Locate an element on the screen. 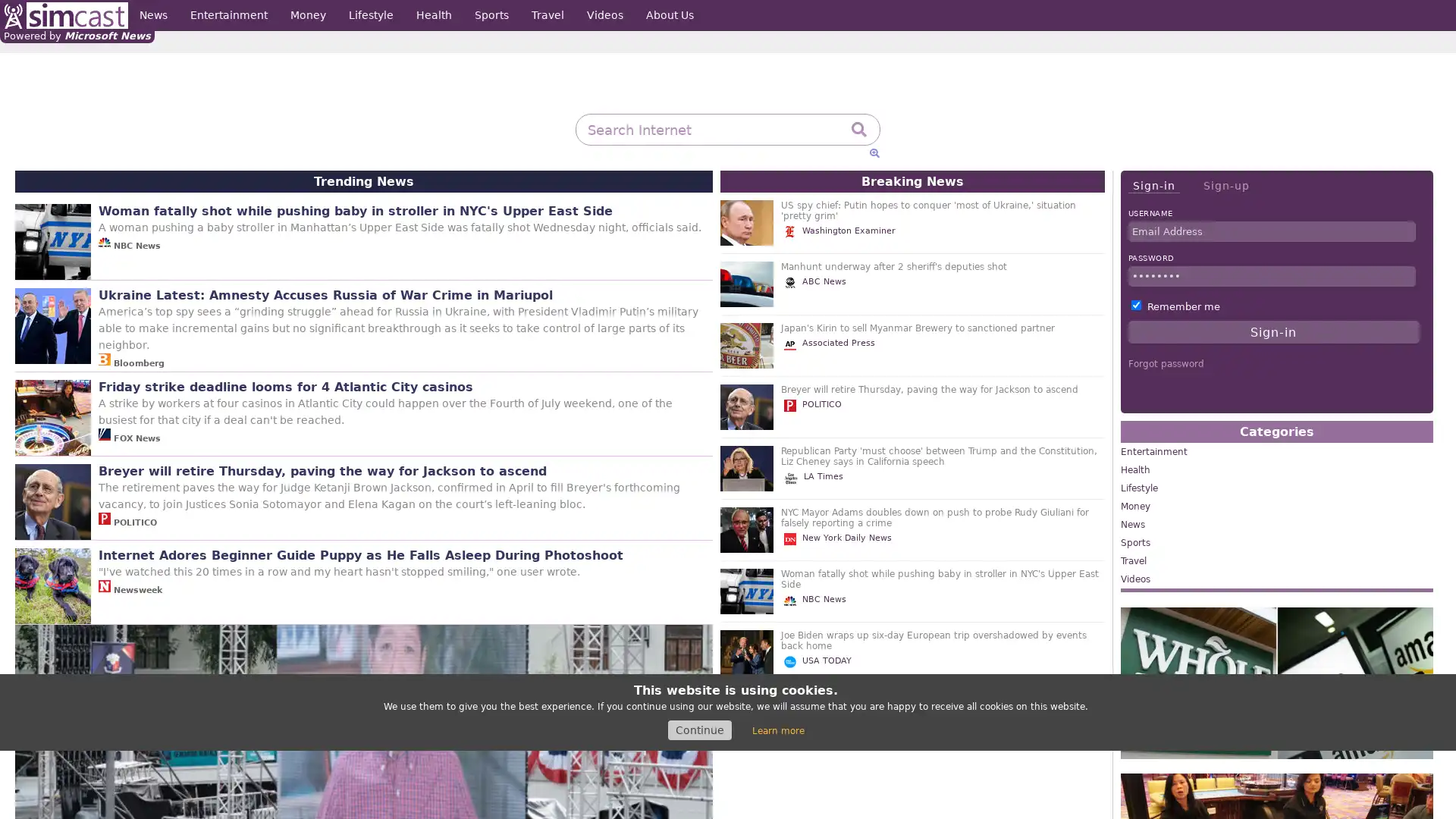 The image size is (1456, 819). Continue is located at coordinates (698, 730).